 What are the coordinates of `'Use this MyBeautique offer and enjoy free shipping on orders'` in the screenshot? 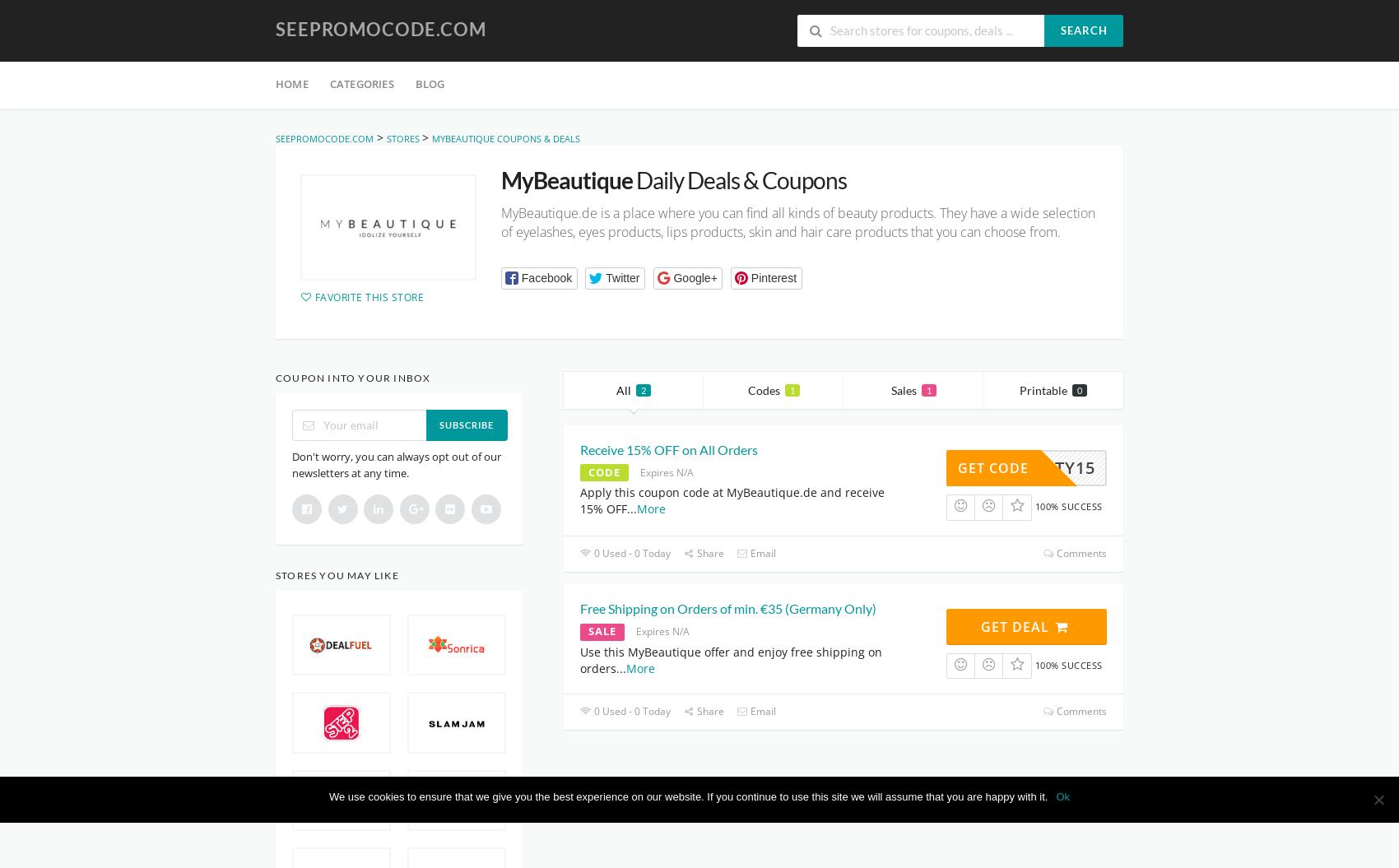 It's located at (579, 658).